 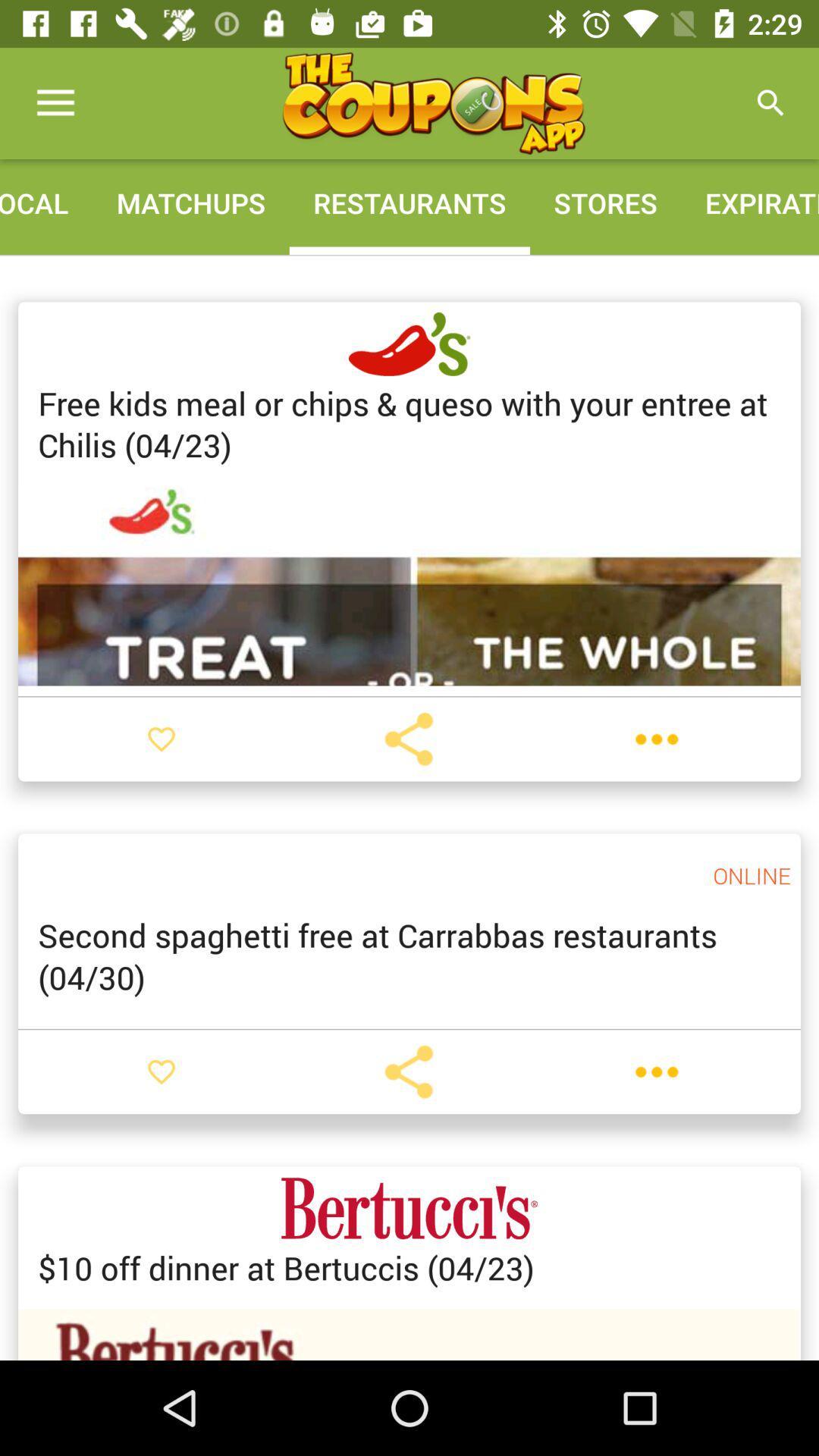 What do you see at coordinates (433, 102) in the screenshot?
I see `the icon above the matchups icon` at bounding box center [433, 102].